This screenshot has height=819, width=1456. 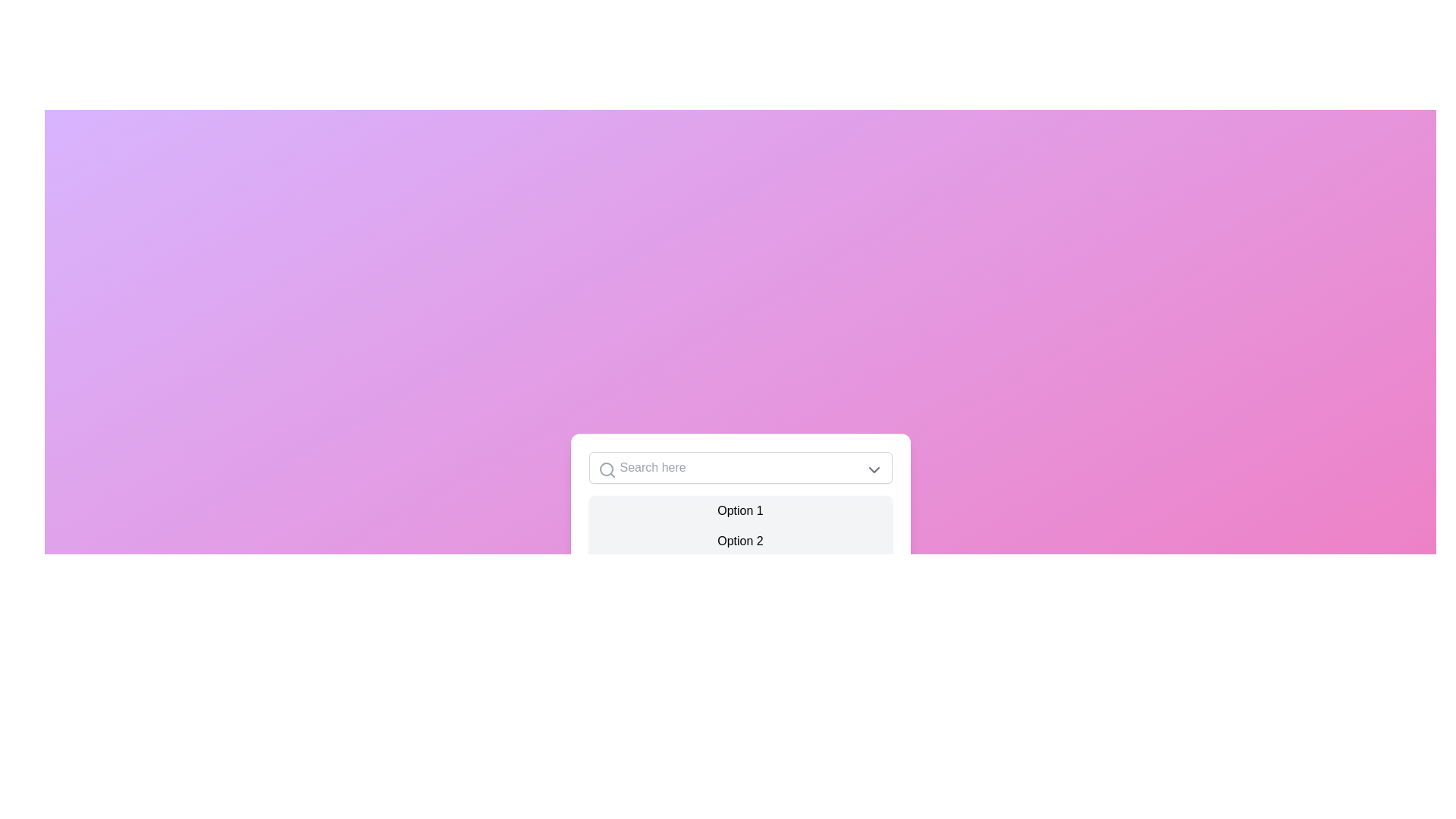 I want to click on the decorative search icon located in the top-left corner of the search input field, which is positioned to the left of the placeholder text 'Search here', so click(x=607, y=469).